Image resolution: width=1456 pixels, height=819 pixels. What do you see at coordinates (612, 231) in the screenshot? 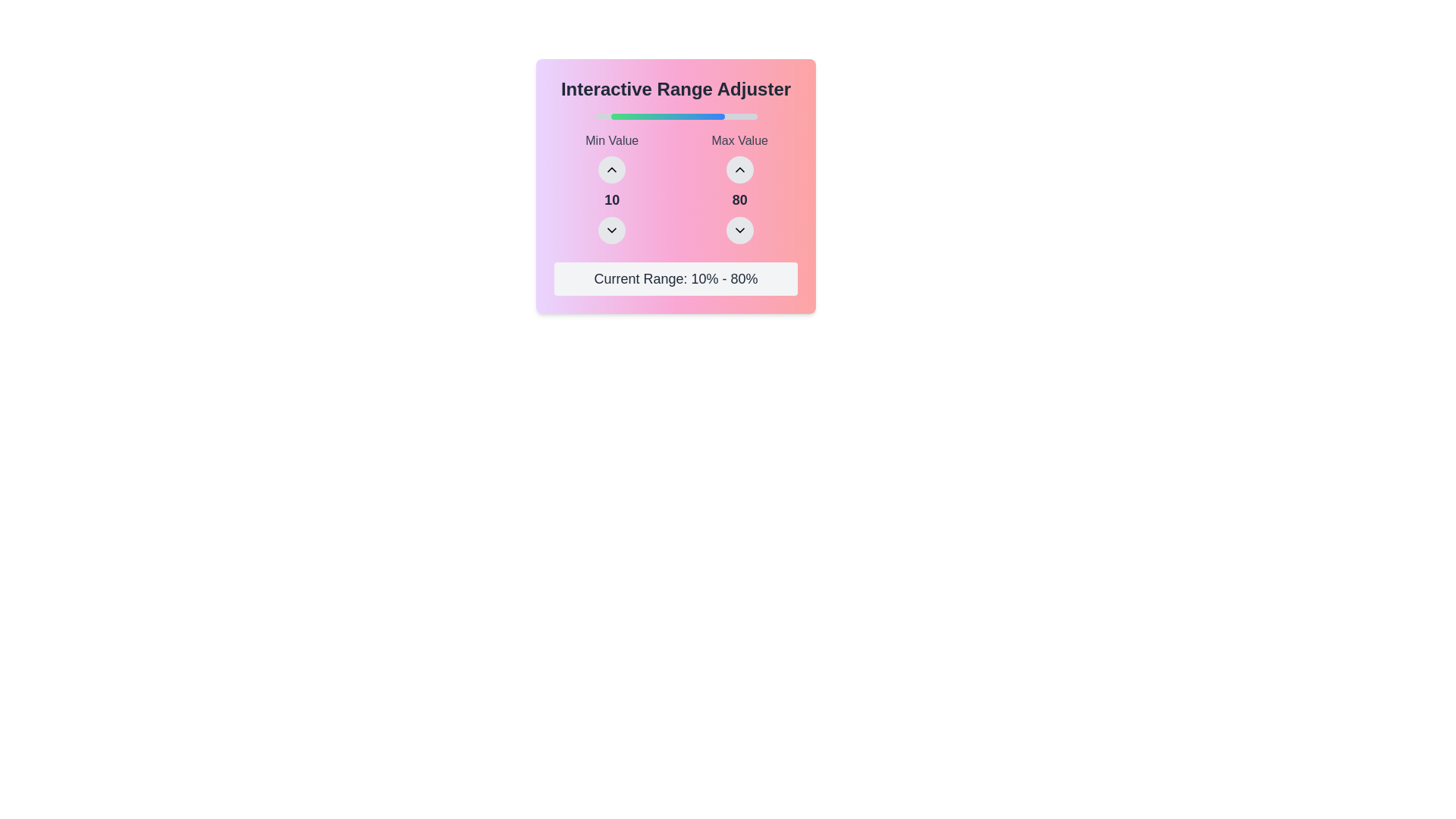
I see `the downward-pointing chevron button located at the bottom left part of the range adjuster interface, below the 'Min Value' numeric display and upward arrow to interact` at bounding box center [612, 231].